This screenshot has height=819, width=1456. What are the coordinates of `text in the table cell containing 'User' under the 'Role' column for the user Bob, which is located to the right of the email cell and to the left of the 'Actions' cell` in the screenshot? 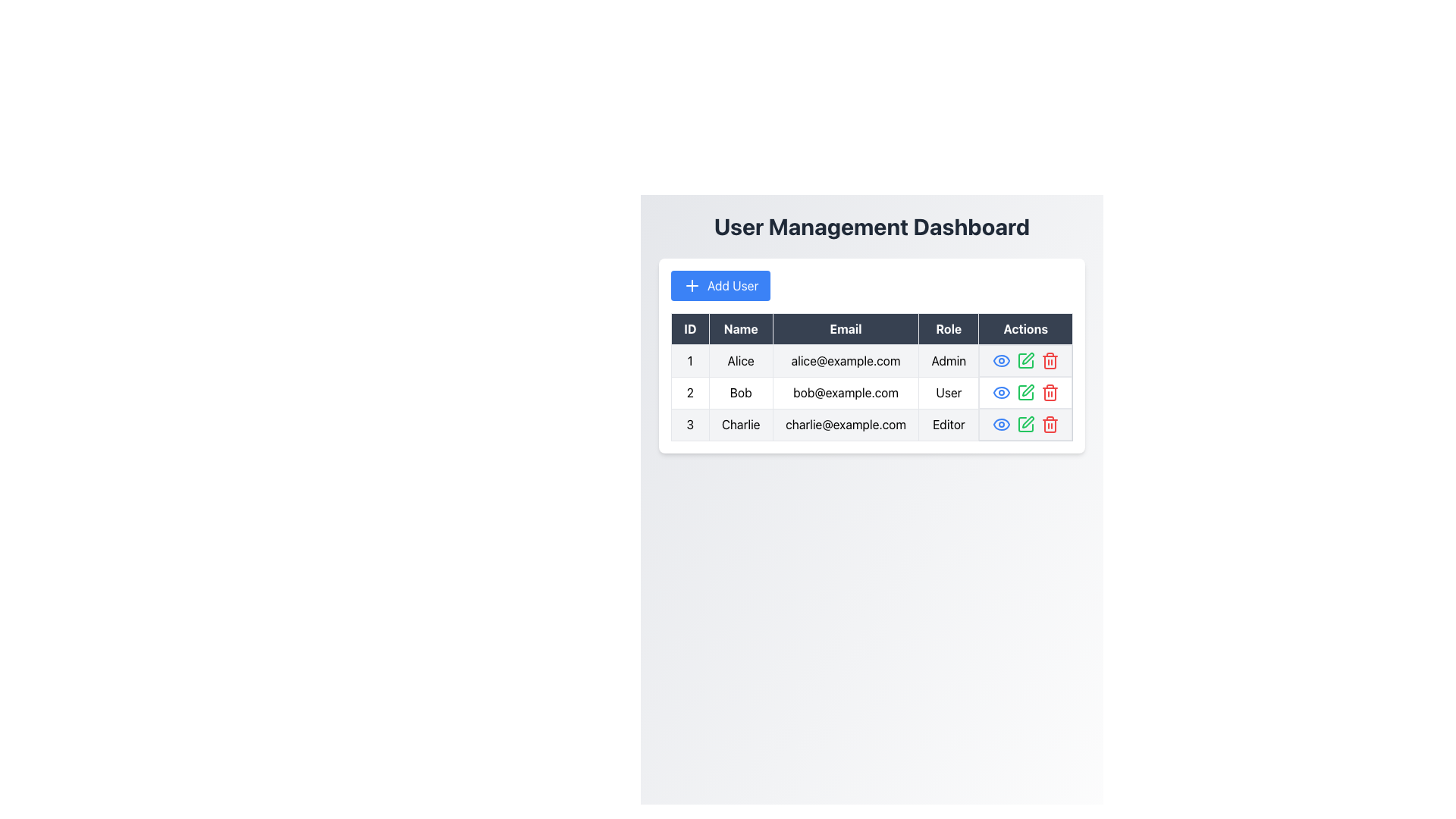 It's located at (948, 391).